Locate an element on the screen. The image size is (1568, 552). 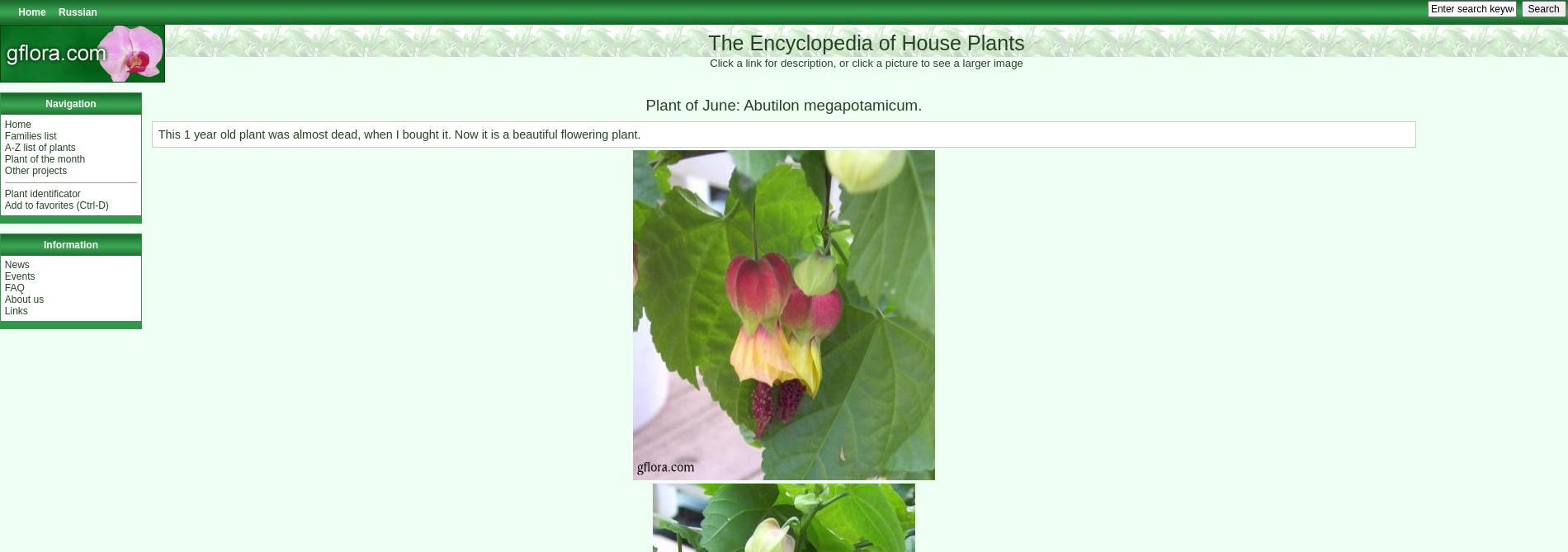
'The Encyclopedia of House Plants' is located at coordinates (866, 41).